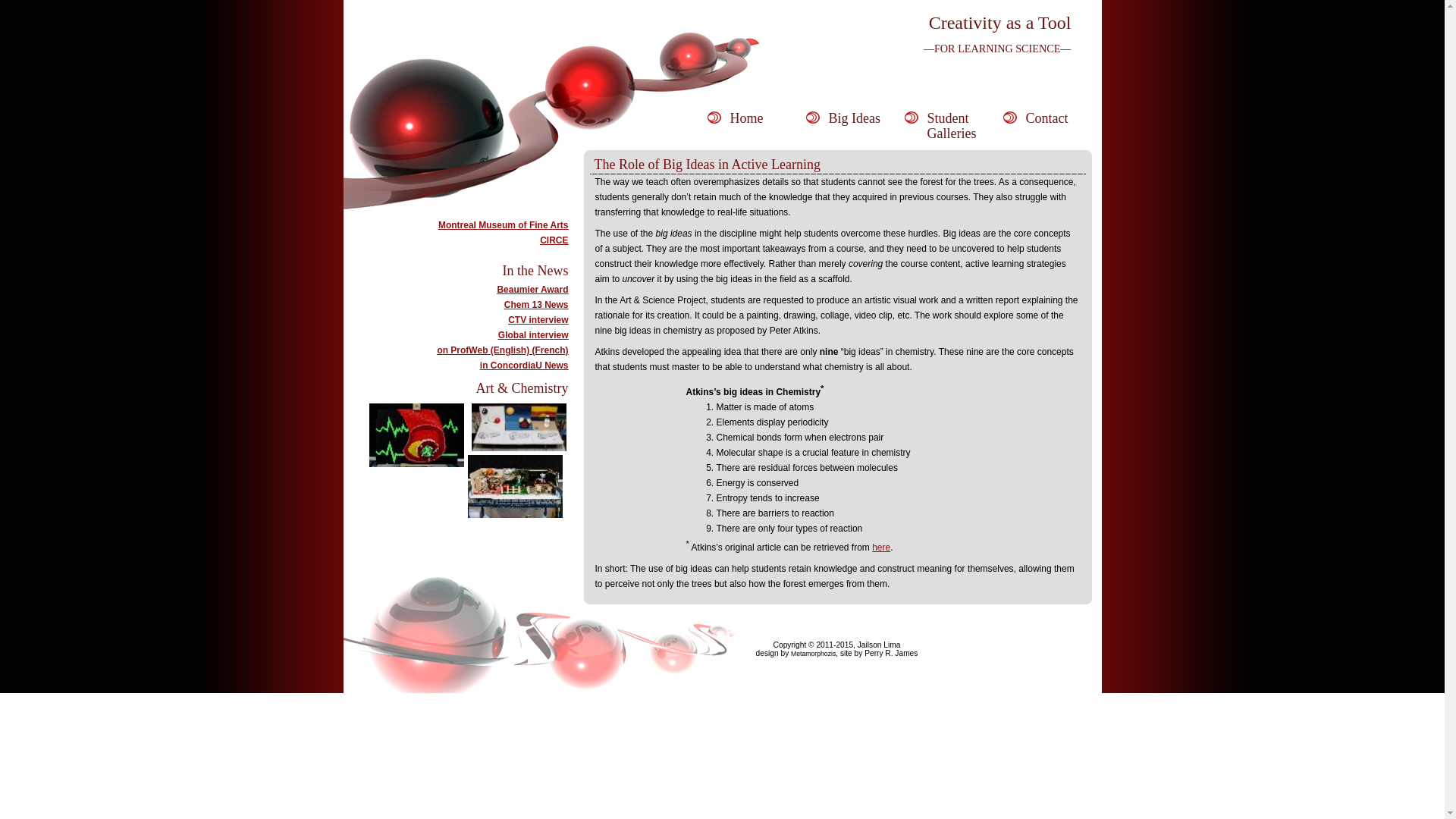 This screenshot has width=1456, height=819. What do you see at coordinates (503, 225) in the screenshot?
I see `'Montreal Museum of Fine Arts'` at bounding box center [503, 225].